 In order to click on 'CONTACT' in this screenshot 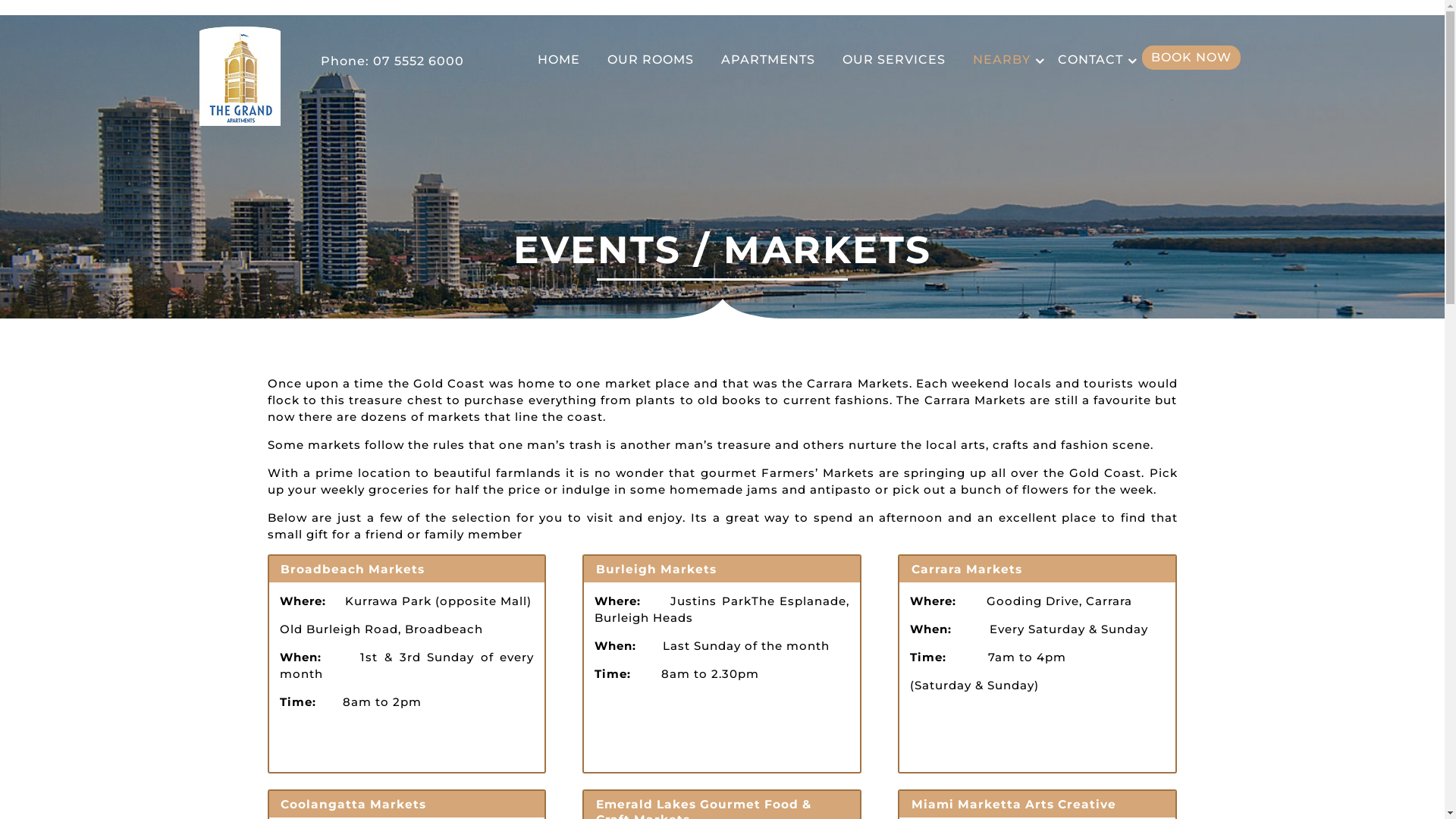, I will do `click(1043, 58)`.